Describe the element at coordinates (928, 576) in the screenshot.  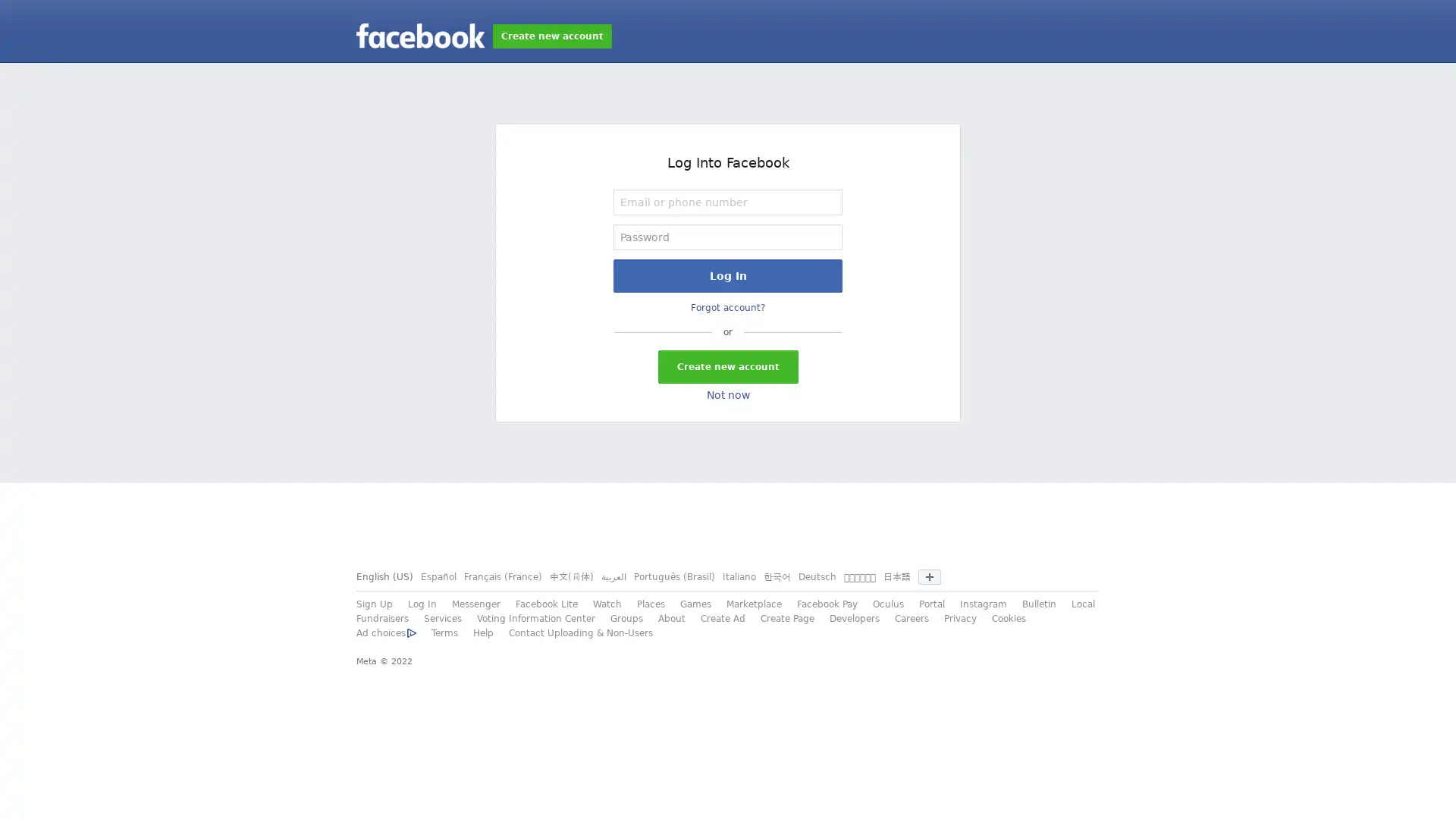
I see `Show more languages` at that location.